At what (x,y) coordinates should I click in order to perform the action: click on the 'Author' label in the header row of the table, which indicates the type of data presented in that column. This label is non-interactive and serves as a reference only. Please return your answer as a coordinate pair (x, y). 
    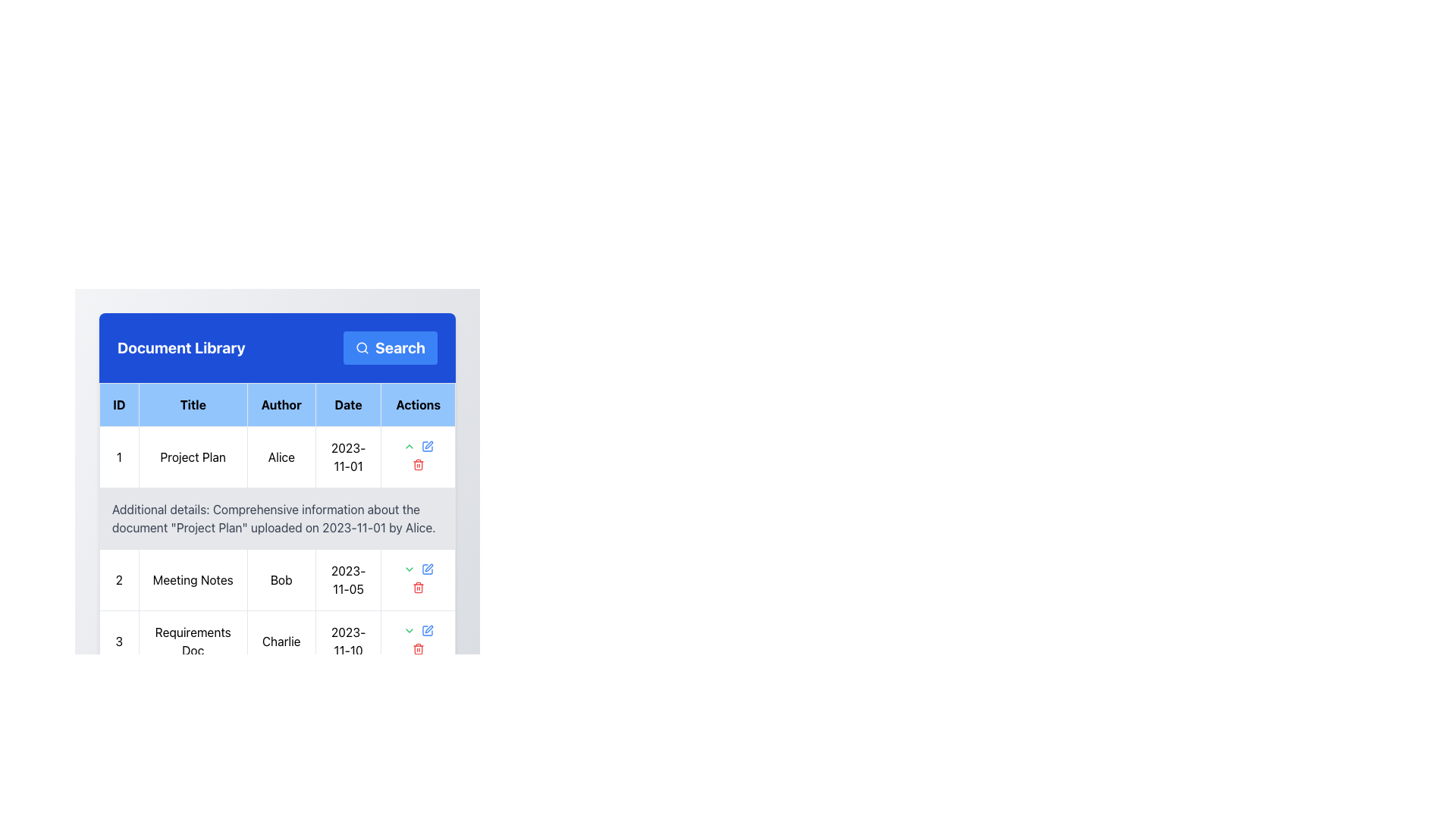
    Looking at the image, I should click on (281, 403).